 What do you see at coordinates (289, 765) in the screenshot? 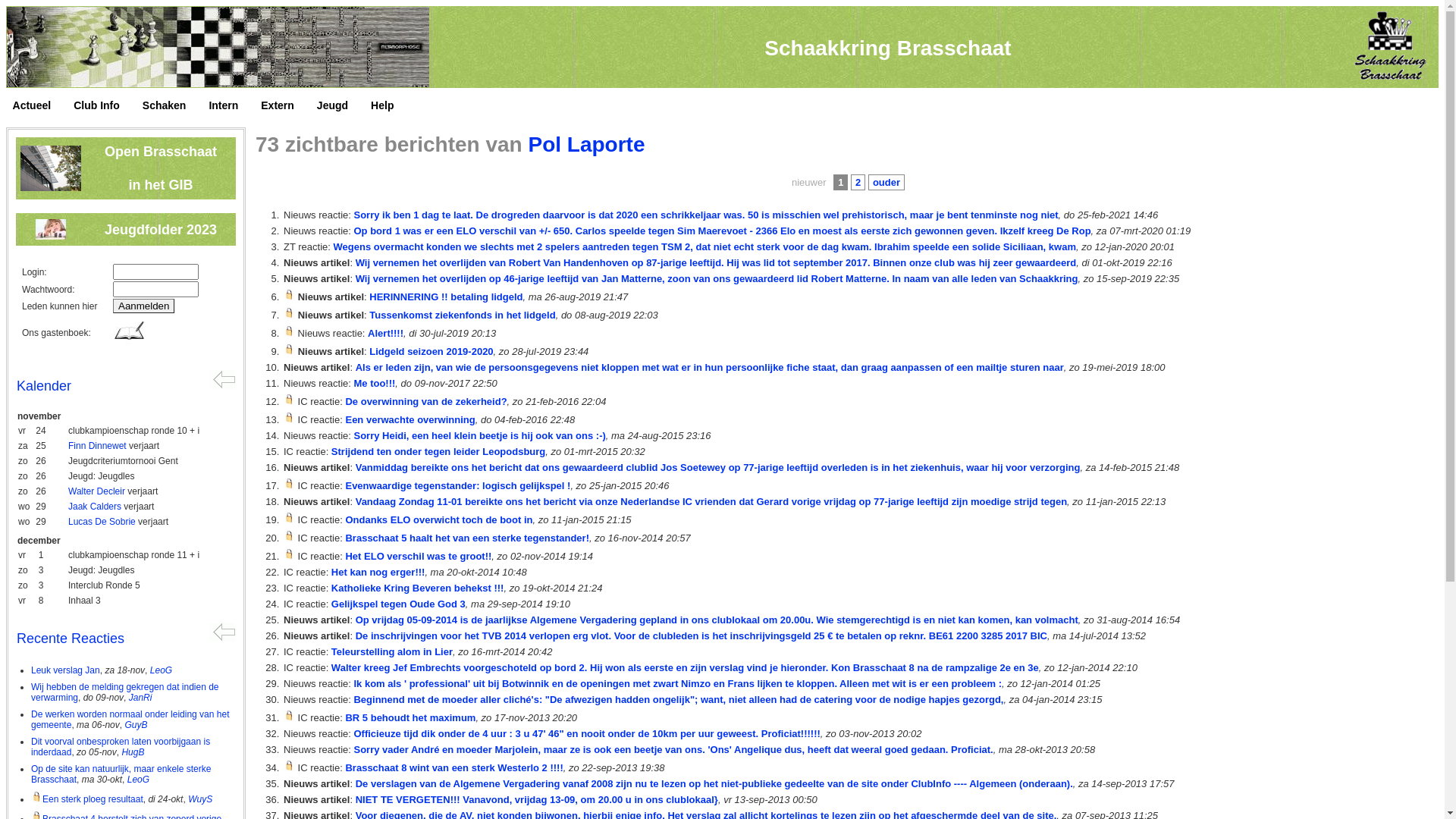
I see `'Enkel zichtbaar voor clubleden'` at bounding box center [289, 765].